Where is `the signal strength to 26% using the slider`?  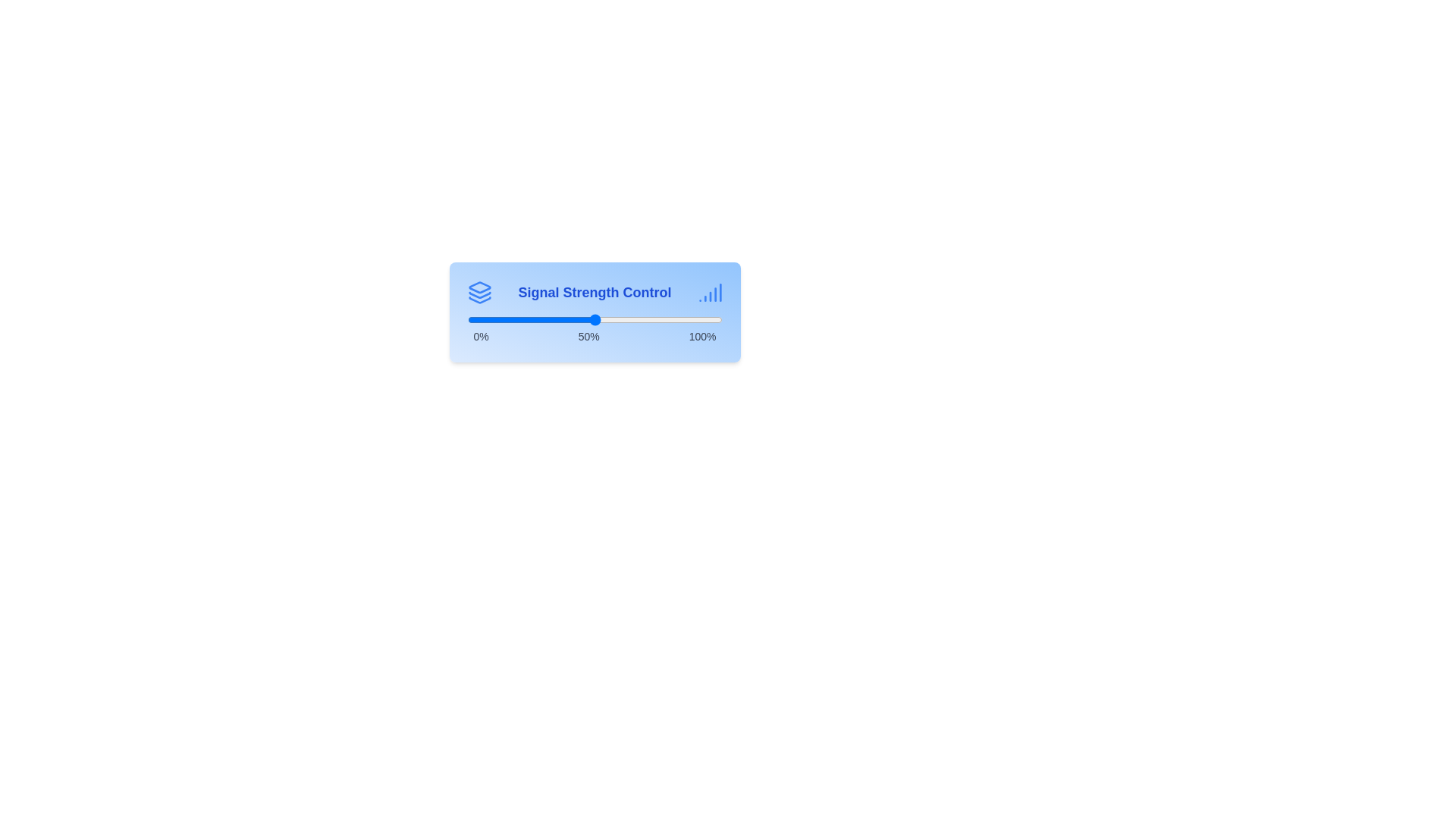 the signal strength to 26% using the slider is located at coordinates (533, 318).